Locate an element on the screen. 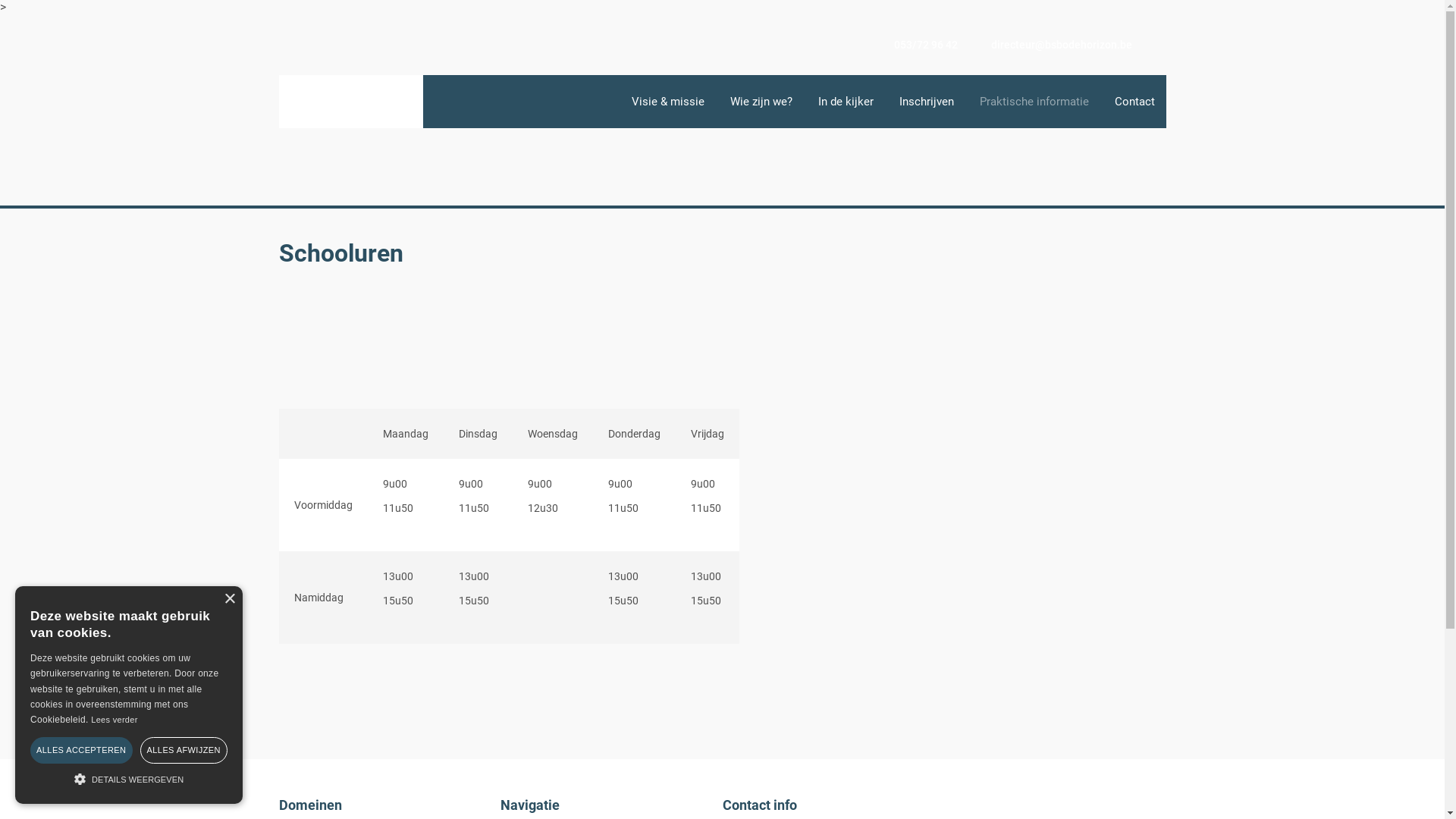 The height and width of the screenshot is (819, 1456). 'Contact' is located at coordinates (1134, 102).